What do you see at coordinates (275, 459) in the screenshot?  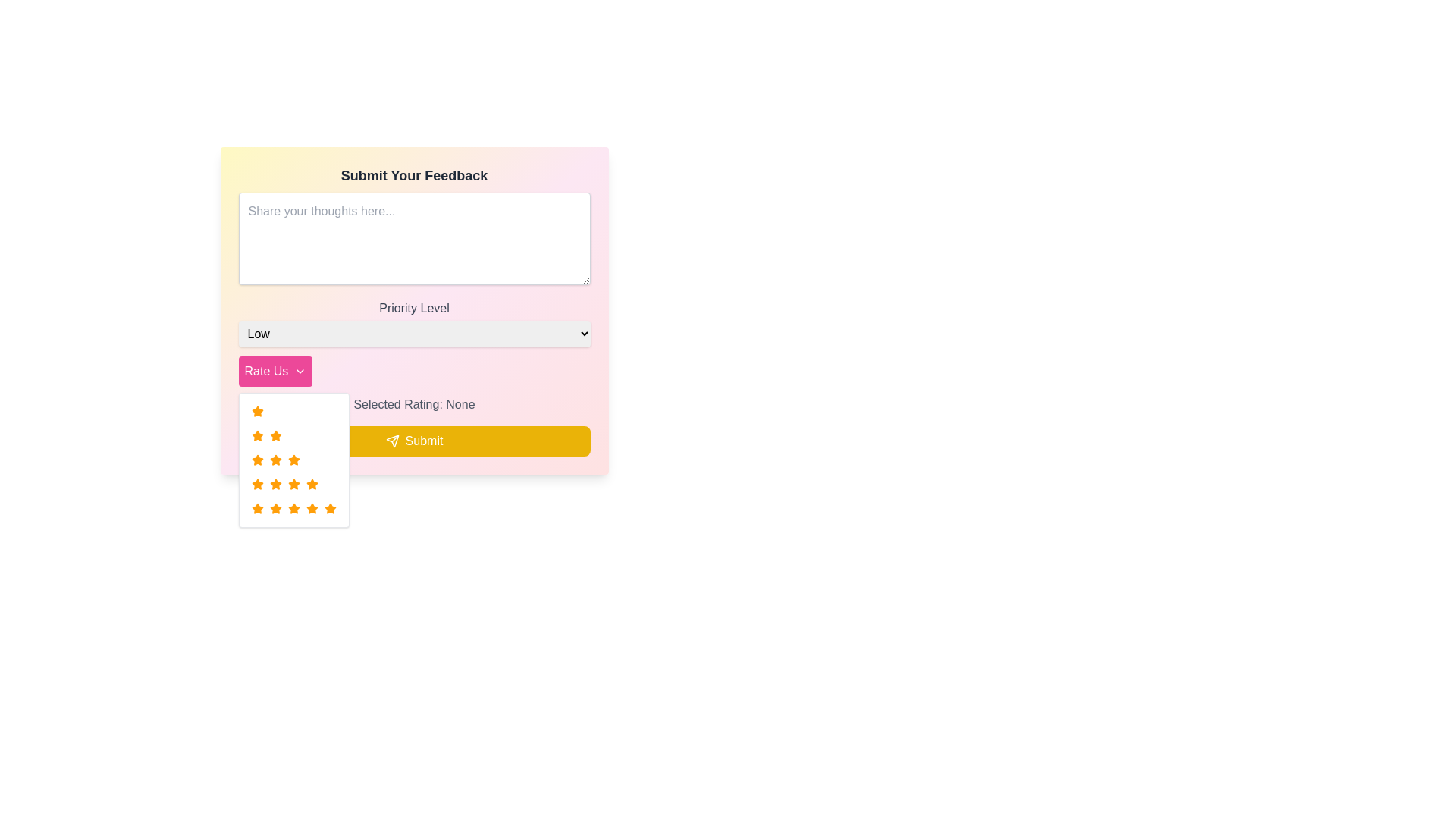 I see `the bright orange star-shaped button in the star rating component` at bounding box center [275, 459].